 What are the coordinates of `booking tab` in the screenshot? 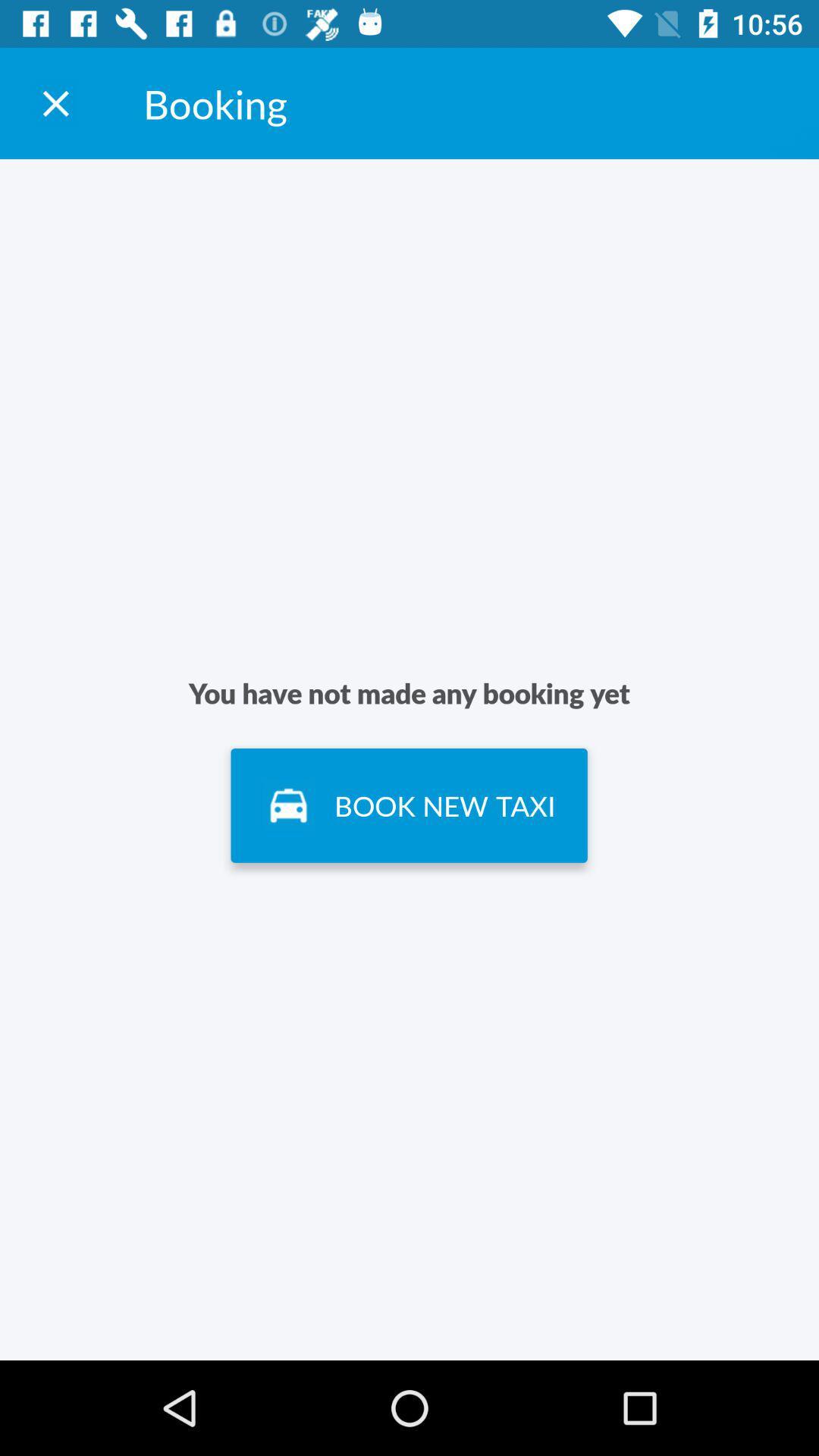 It's located at (55, 102).